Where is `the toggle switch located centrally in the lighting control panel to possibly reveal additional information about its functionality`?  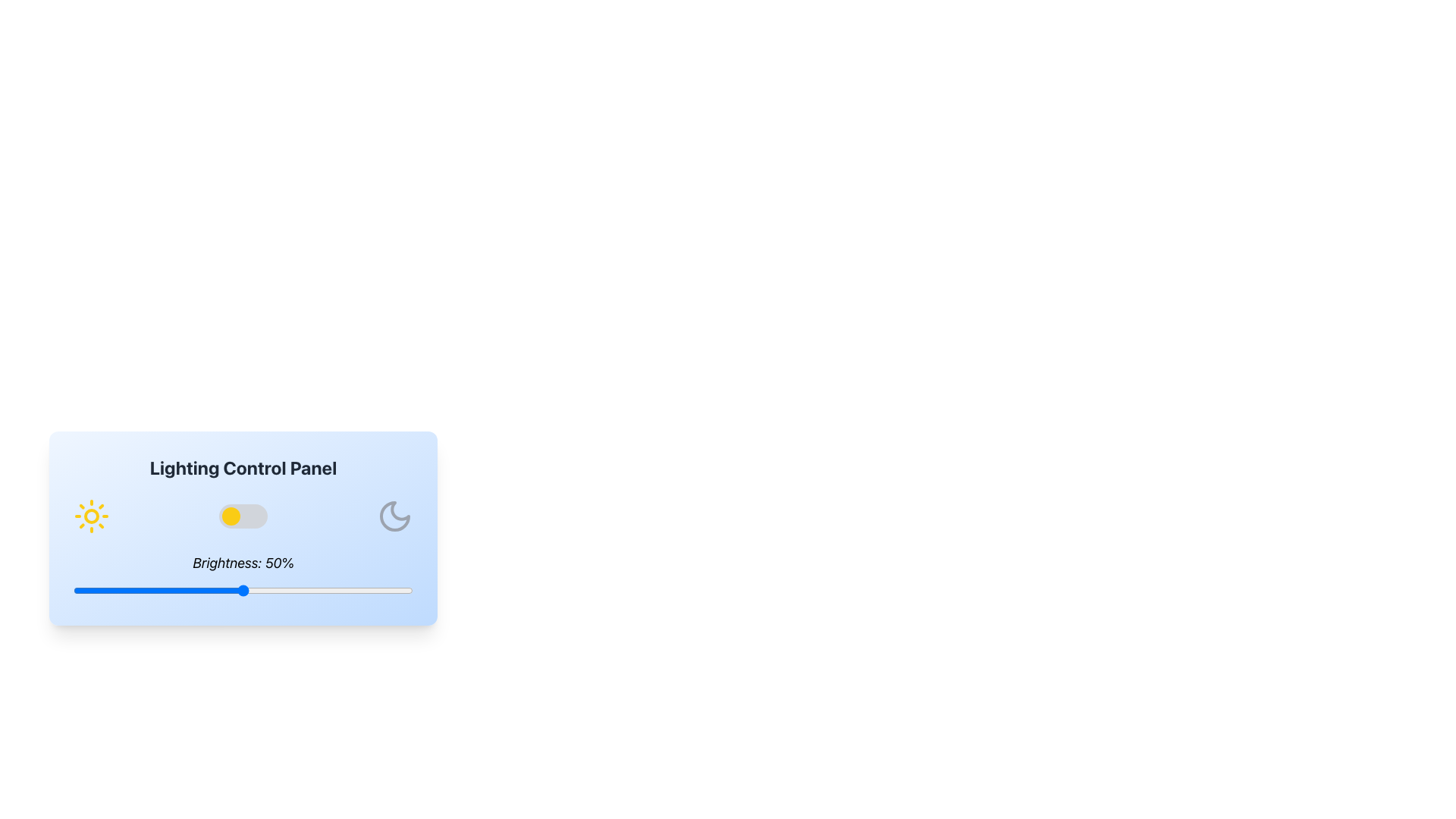 the toggle switch located centrally in the lighting control panel to possibly reveal additional information about its functionality is located at coordinates (243, 516).